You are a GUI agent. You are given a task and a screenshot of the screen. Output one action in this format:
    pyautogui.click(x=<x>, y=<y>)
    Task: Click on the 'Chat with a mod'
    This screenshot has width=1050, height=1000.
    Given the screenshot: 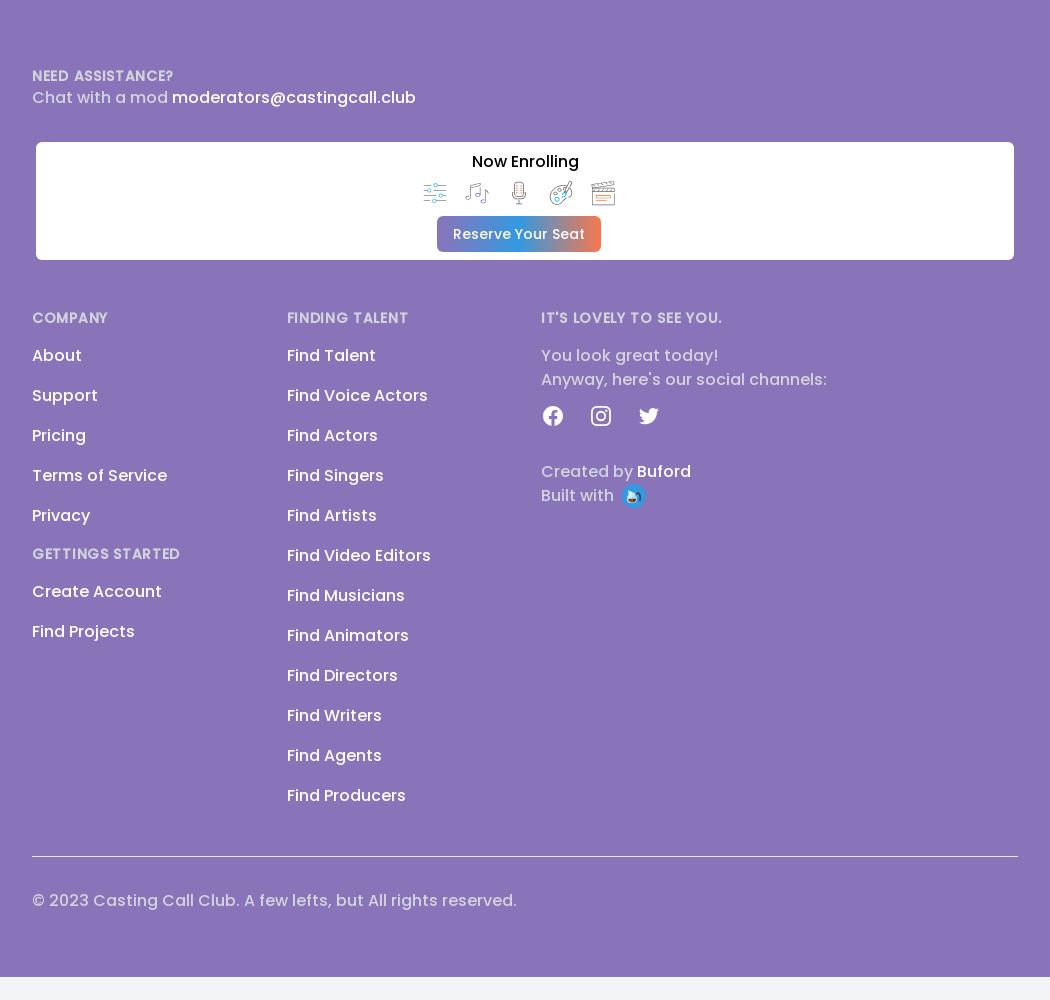 What is the action you would take?
    pyautogui.click(x=101, y=96)
    